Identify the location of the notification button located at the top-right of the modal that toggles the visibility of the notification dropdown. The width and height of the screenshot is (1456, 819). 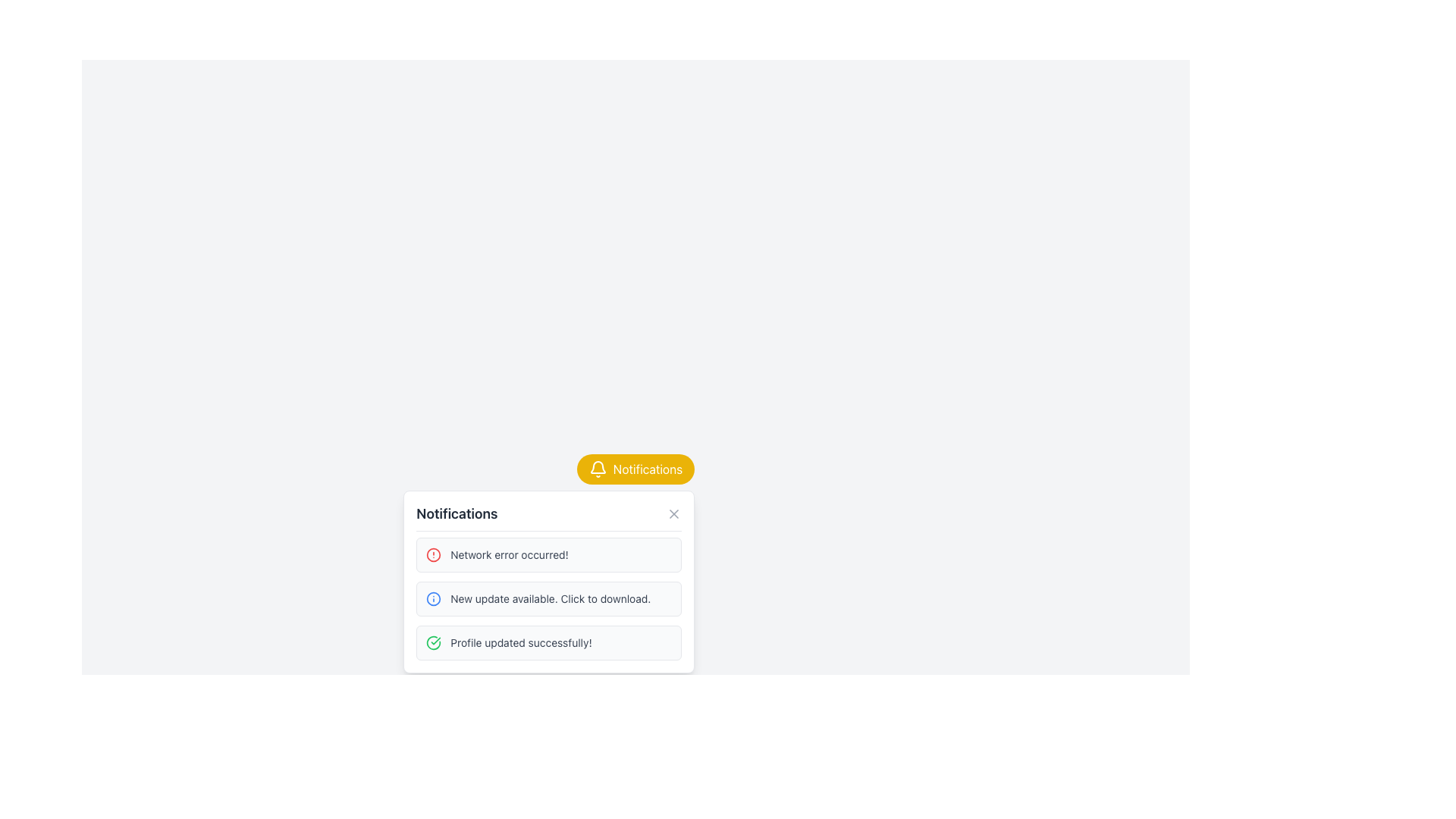
(635, 468).